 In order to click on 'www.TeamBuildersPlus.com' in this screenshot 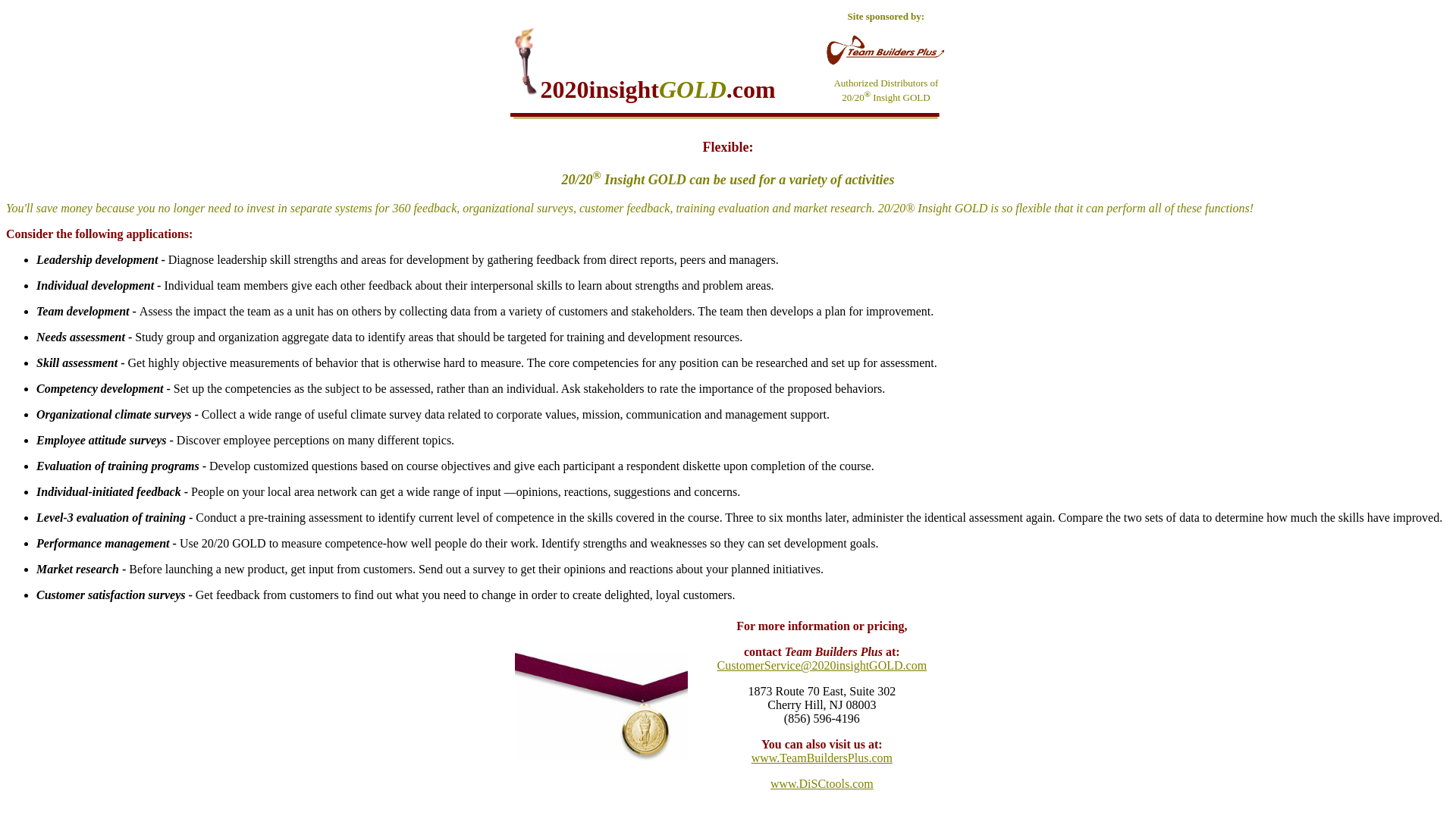, I will do `click(821, 758)`.